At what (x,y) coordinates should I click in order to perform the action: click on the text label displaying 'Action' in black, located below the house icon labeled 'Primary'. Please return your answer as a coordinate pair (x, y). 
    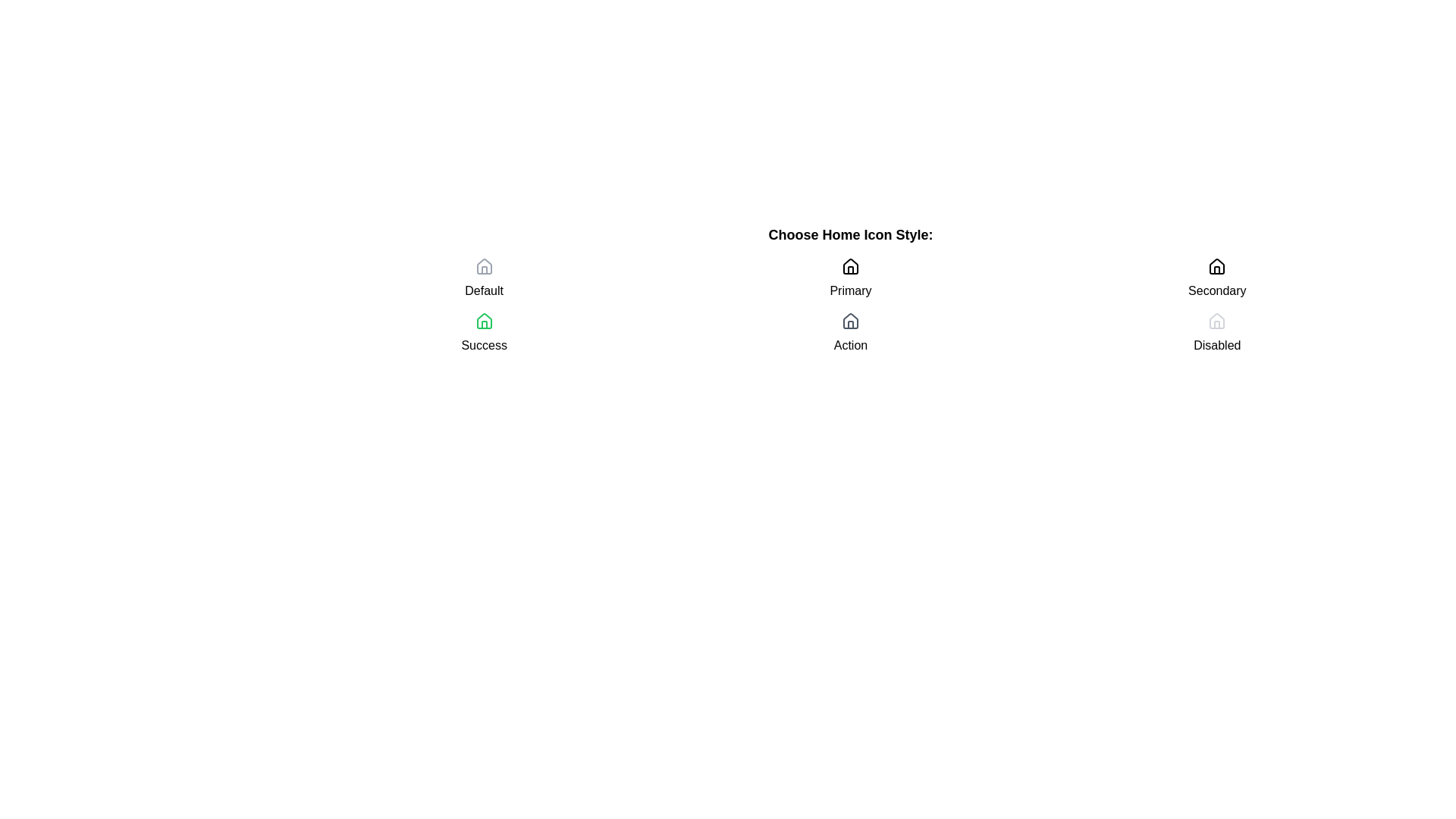
    Looking at the image, I should click on (851, 345).